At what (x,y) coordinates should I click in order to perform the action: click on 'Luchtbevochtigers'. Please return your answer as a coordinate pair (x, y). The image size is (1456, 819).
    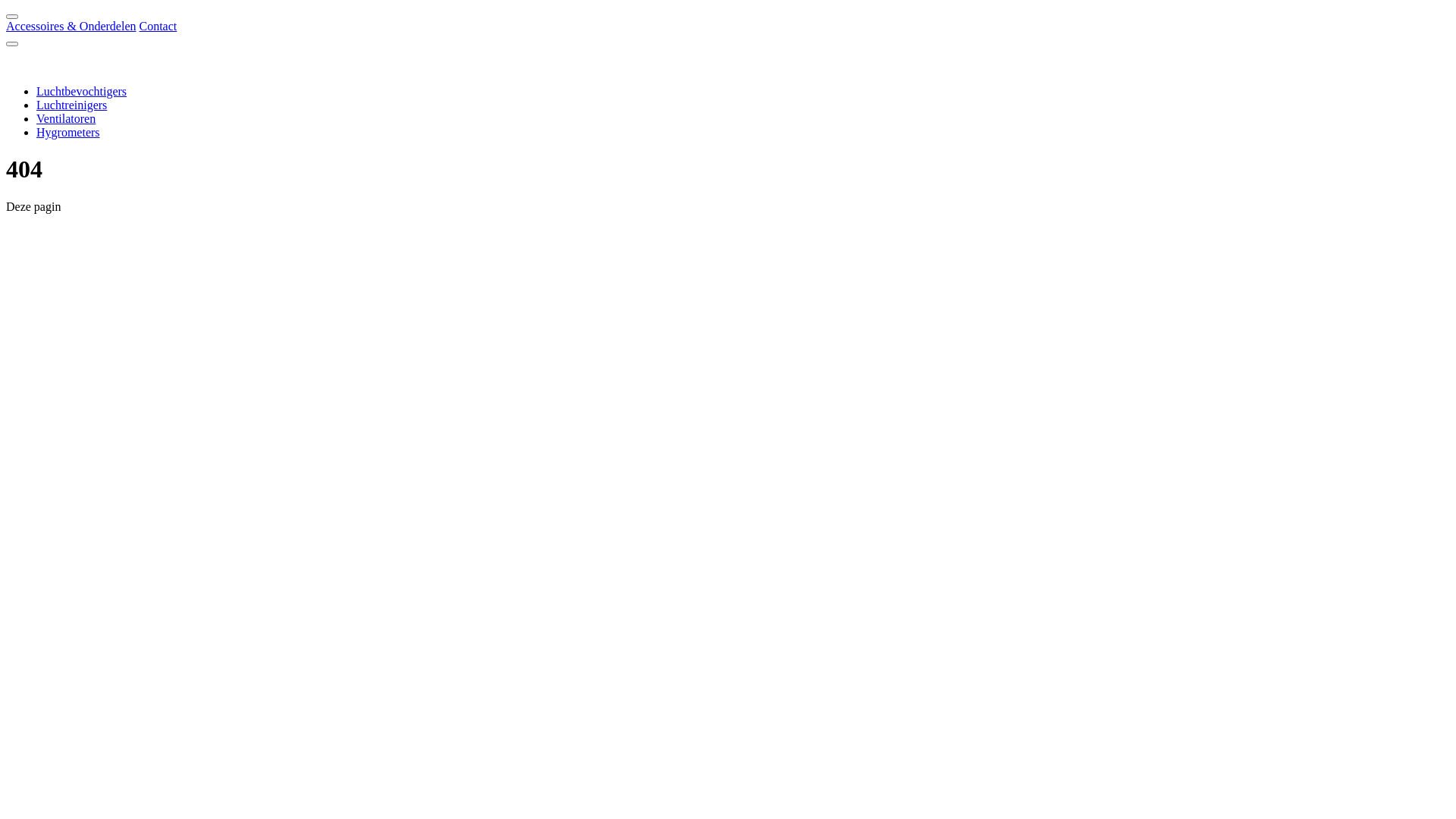
    Looking at the image, I should click on (80, 91).